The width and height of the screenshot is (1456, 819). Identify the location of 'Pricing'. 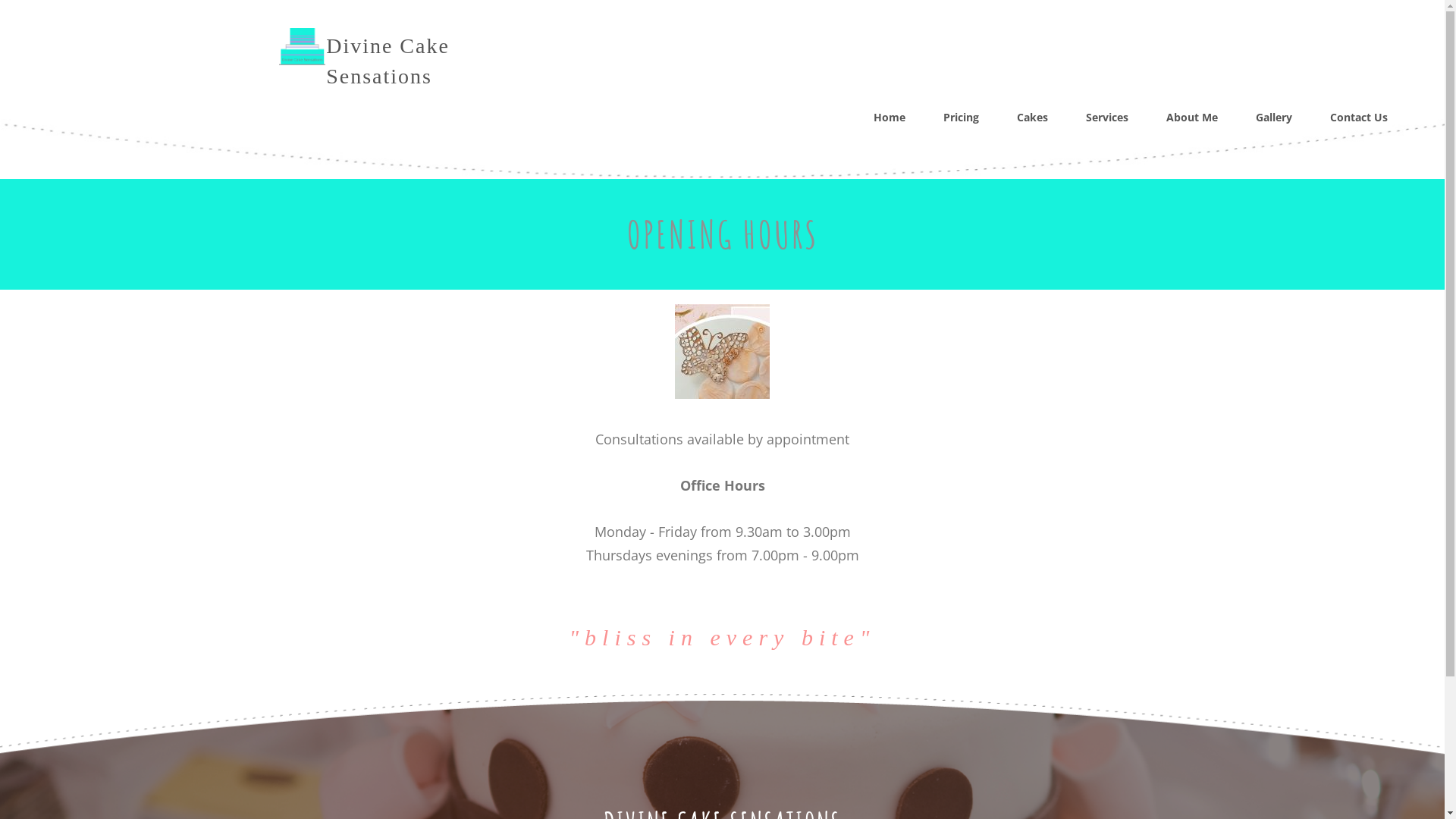
(942, 116).